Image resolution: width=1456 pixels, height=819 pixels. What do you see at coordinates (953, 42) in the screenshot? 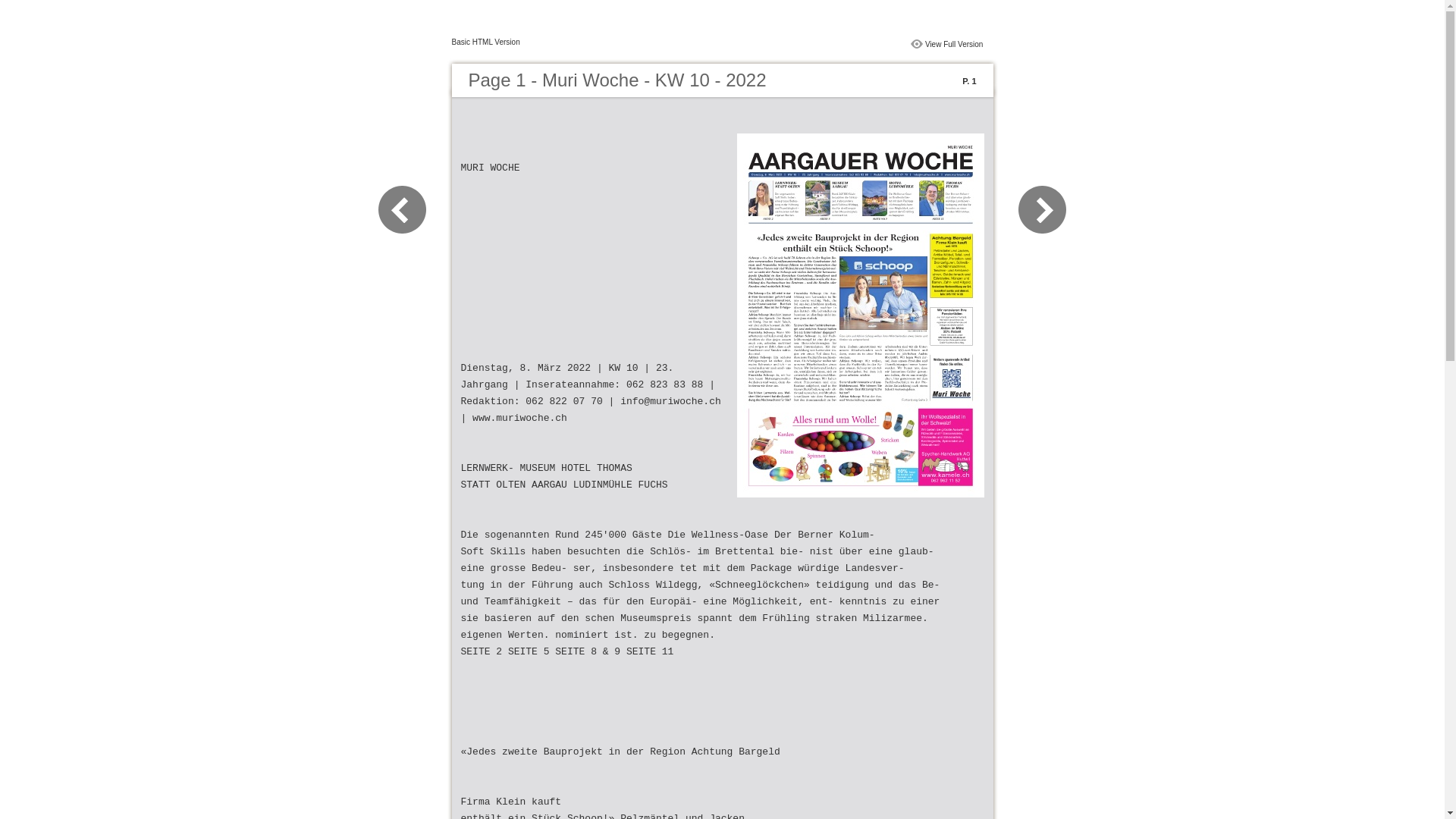
I see `'View Full Version'` at bounding box center [953, 42].